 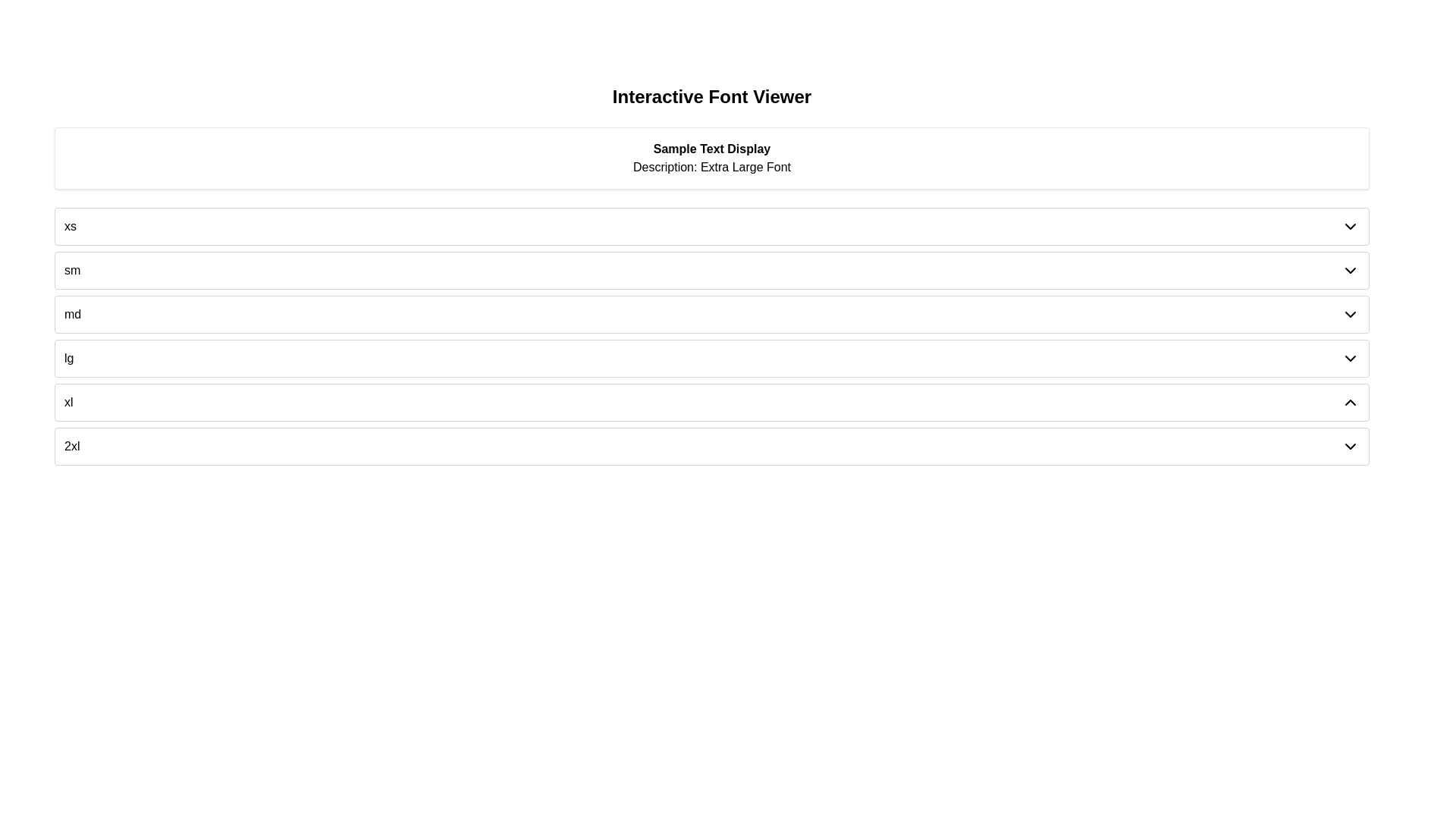 I want to click on the upward-facing chevron icon within the dropdown button associated with the 'xl' label, so click(x=1350, y=402).